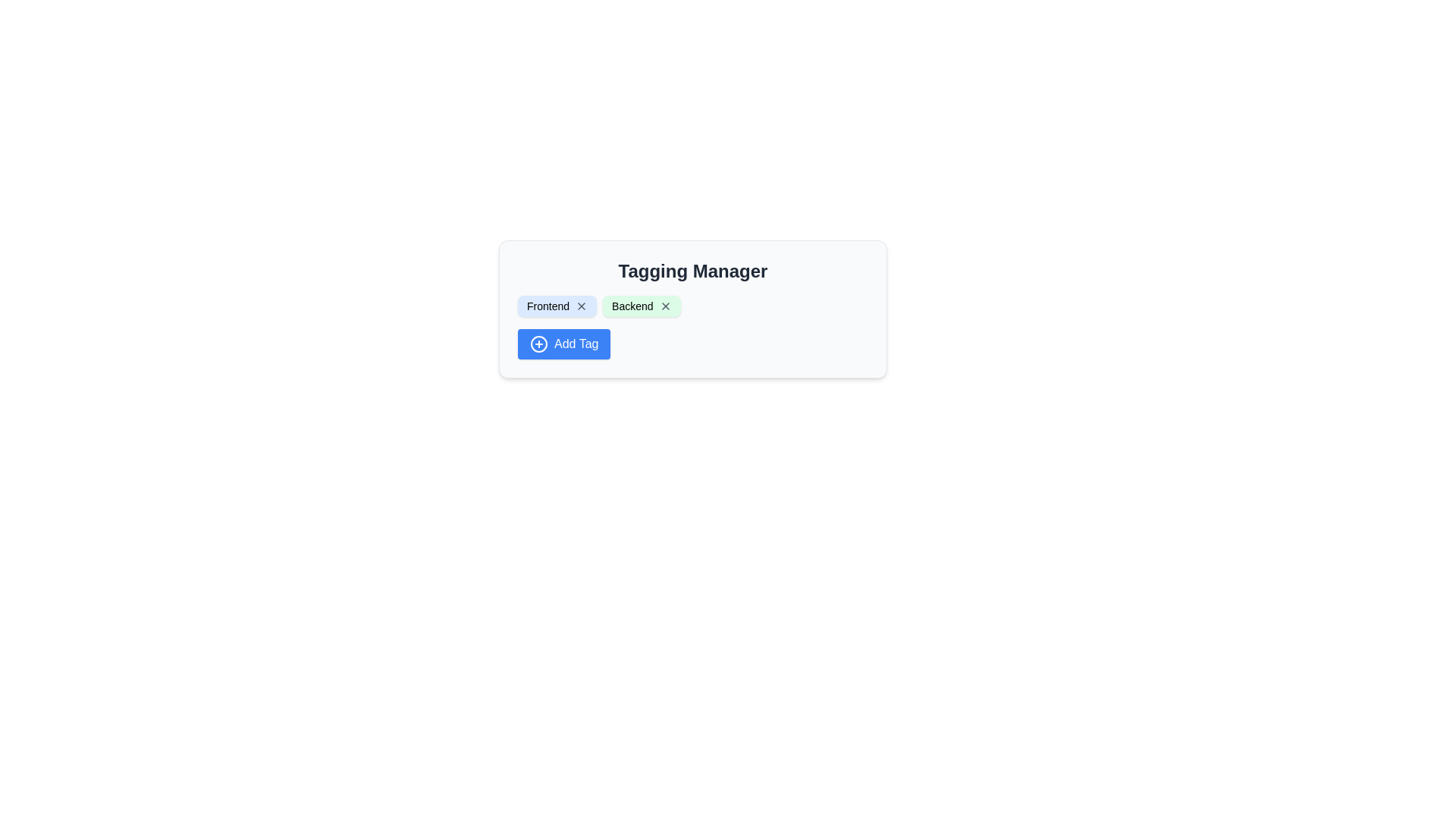 This screenshot has height=819, width=1456. What do you see at coordinates (581, 306) in the screenshot?
I see `the close button located at the rightmost side of the 'Frontend' button` at bounding box center [581, 306].